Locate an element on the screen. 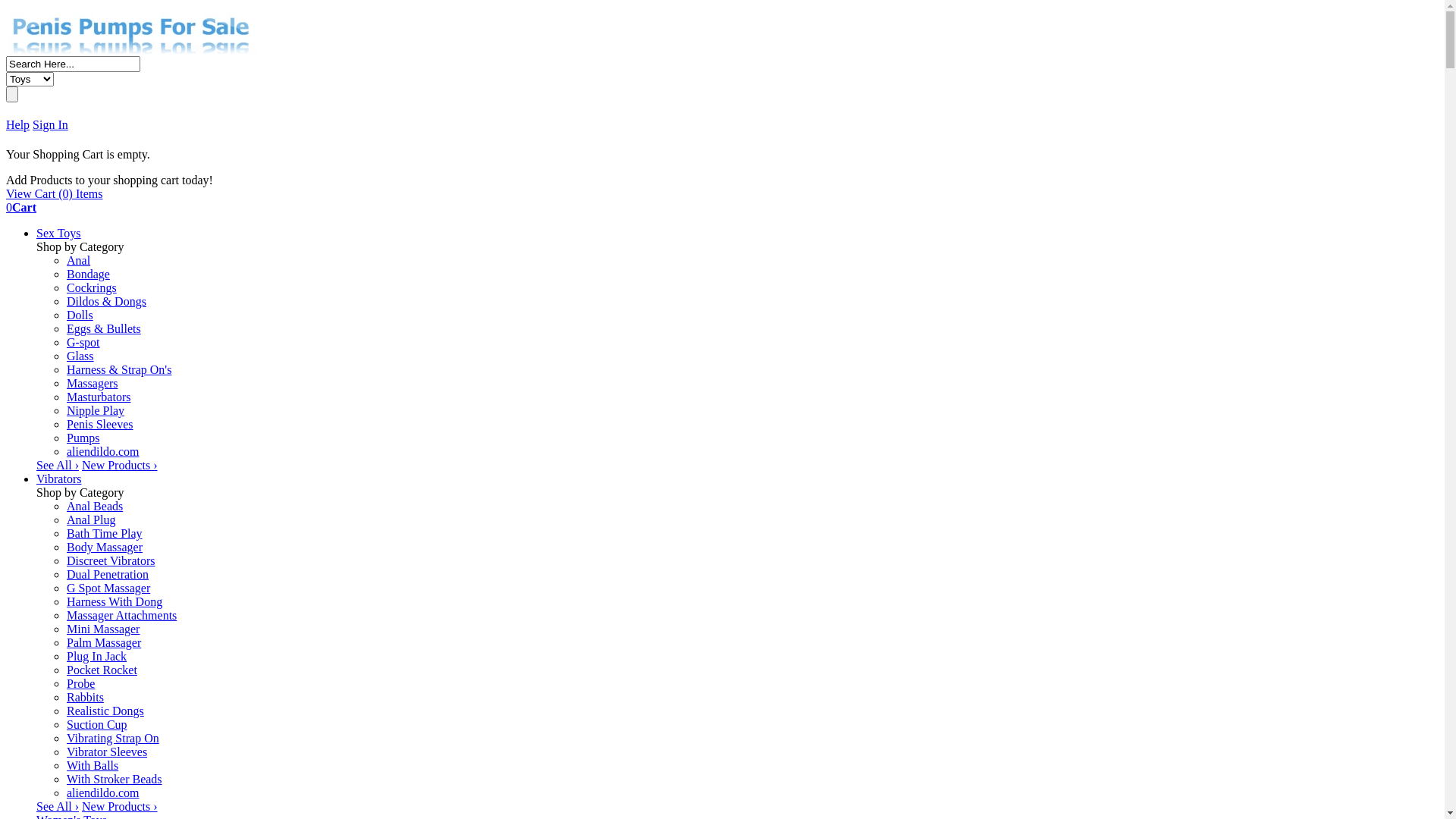 The height and width of the screenshot is (819, 1456). 'Sign In' is located at coordinates (50, 124).